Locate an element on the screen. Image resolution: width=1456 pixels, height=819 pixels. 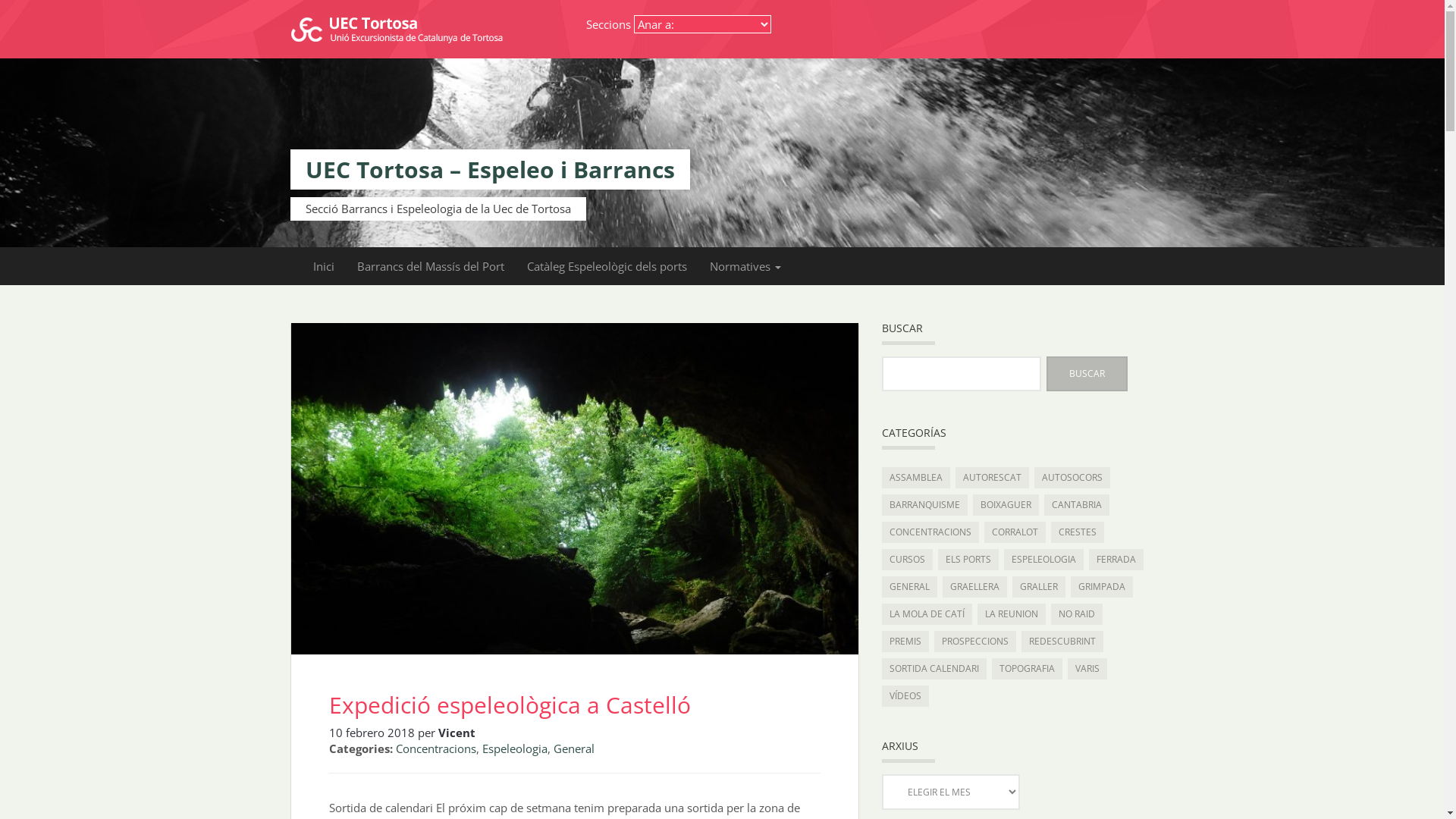
'NO RAID' is located at coordinates (1076, 614).